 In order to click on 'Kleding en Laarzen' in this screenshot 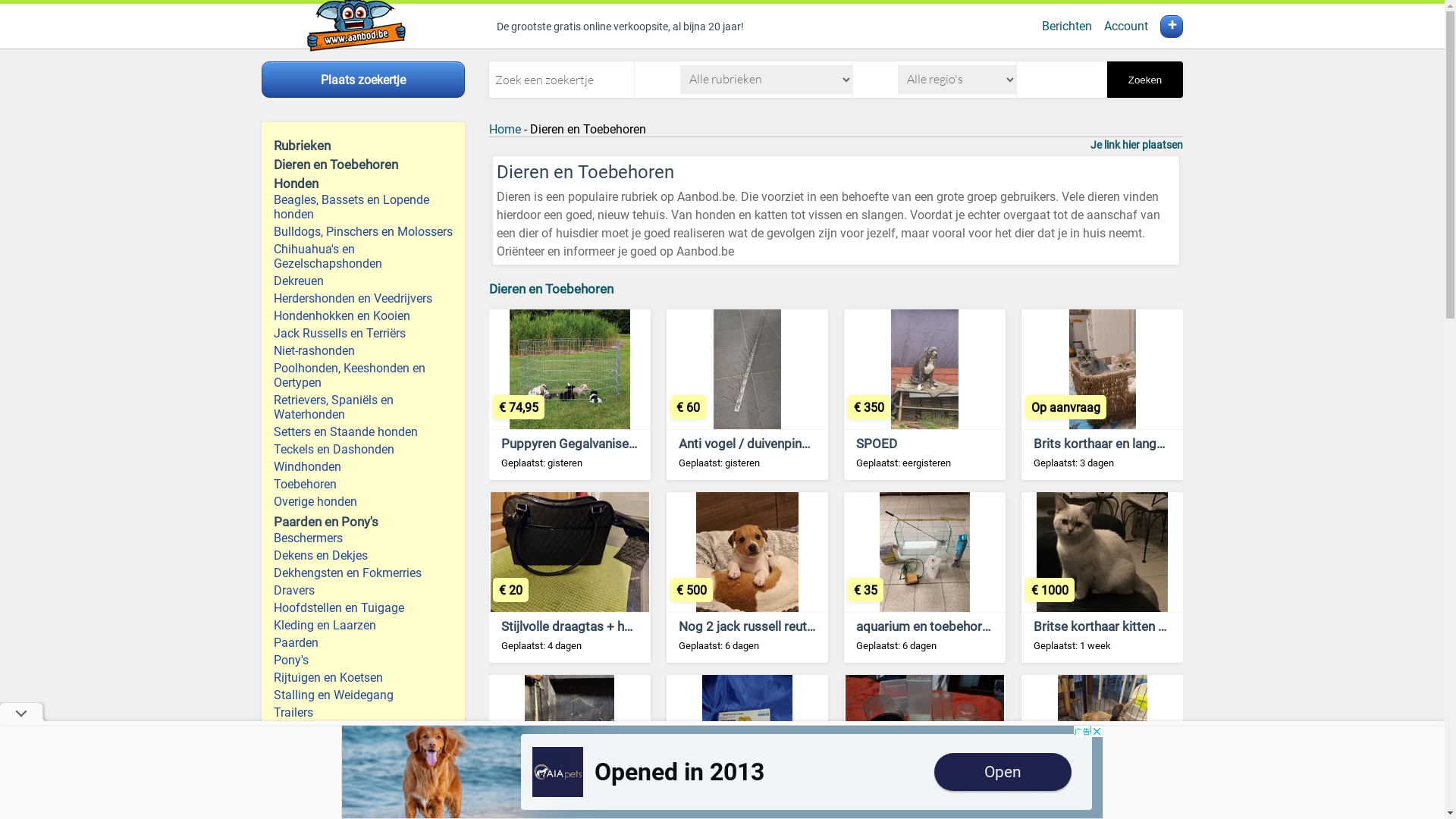, I will do `click(362, 625)`.